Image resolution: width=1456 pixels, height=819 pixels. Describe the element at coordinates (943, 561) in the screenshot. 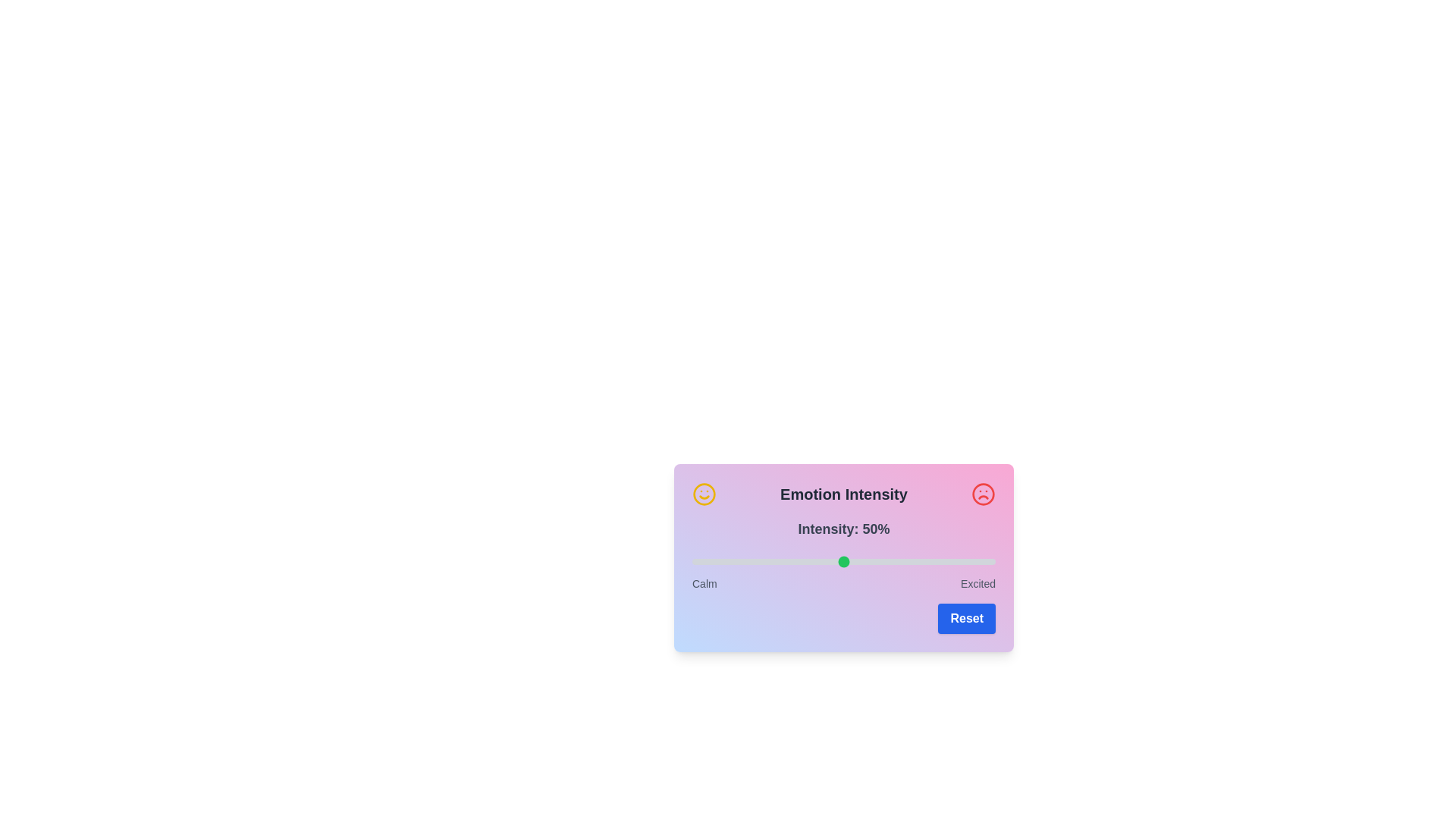

I see `the intensity slider to 83%` at that location.